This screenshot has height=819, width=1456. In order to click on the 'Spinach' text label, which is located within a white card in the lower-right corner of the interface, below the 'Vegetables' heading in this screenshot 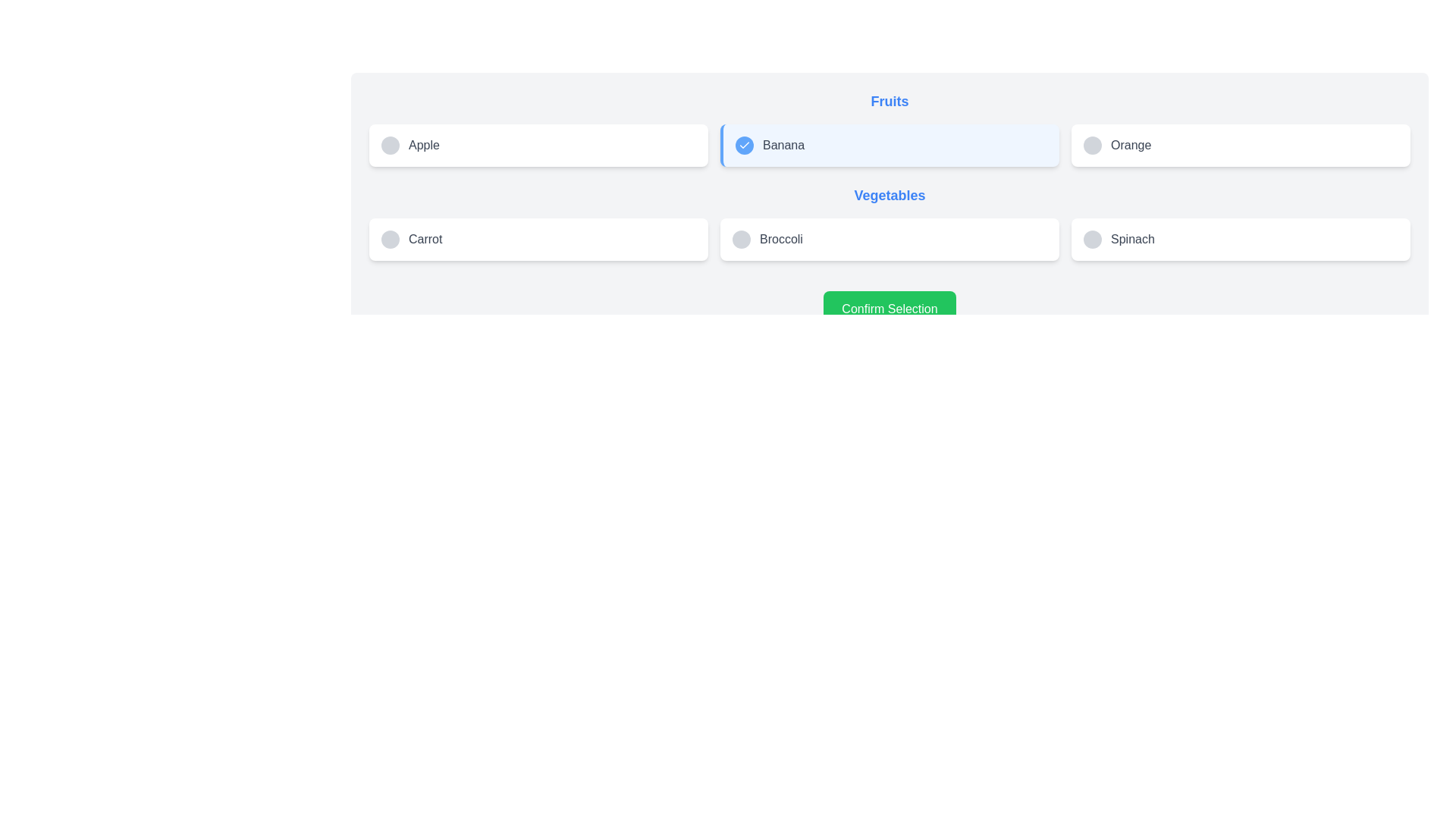, I will do `click(1132, 239)`.